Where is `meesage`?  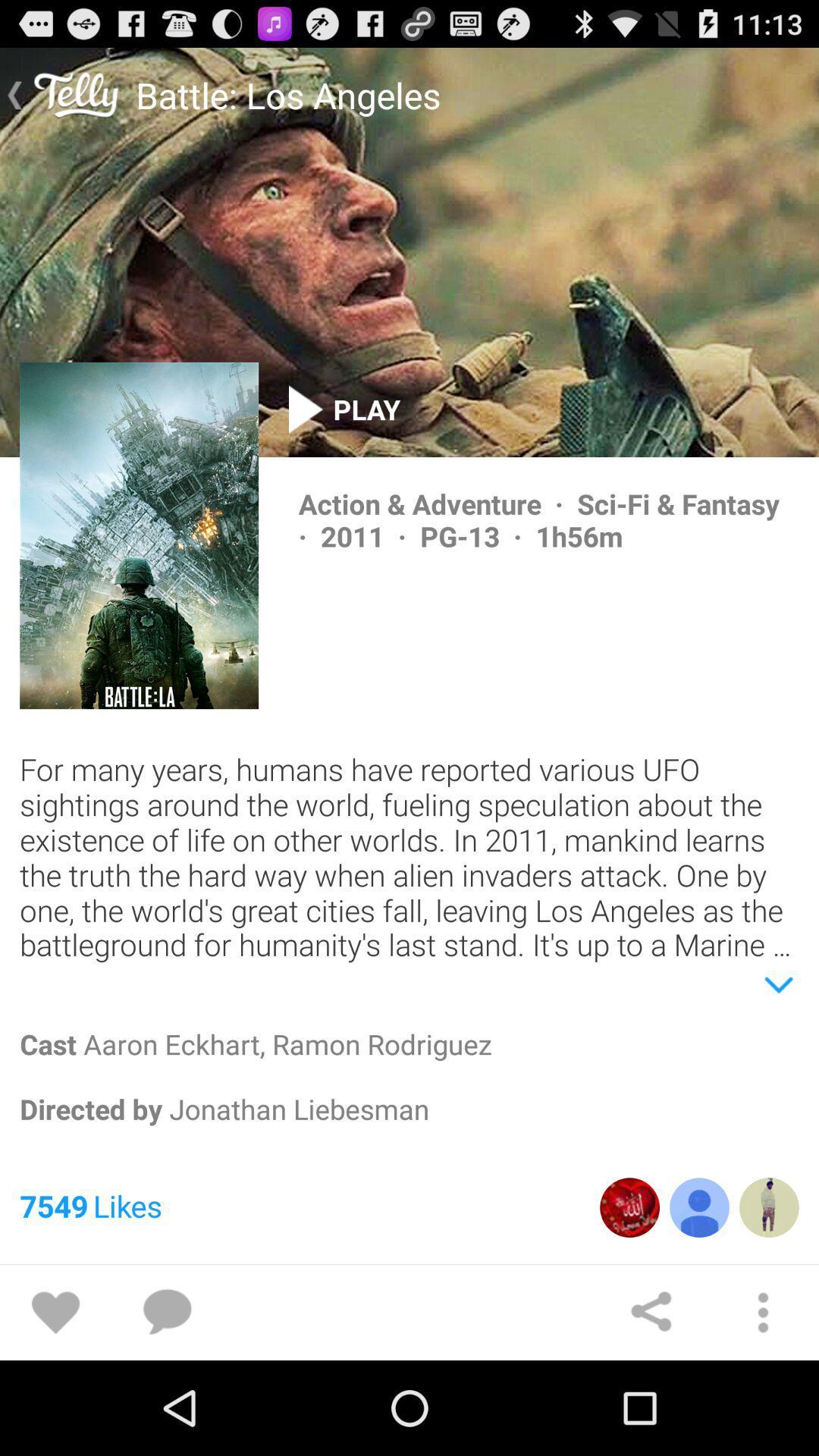 meesage is located at coordinates (167, 1312).